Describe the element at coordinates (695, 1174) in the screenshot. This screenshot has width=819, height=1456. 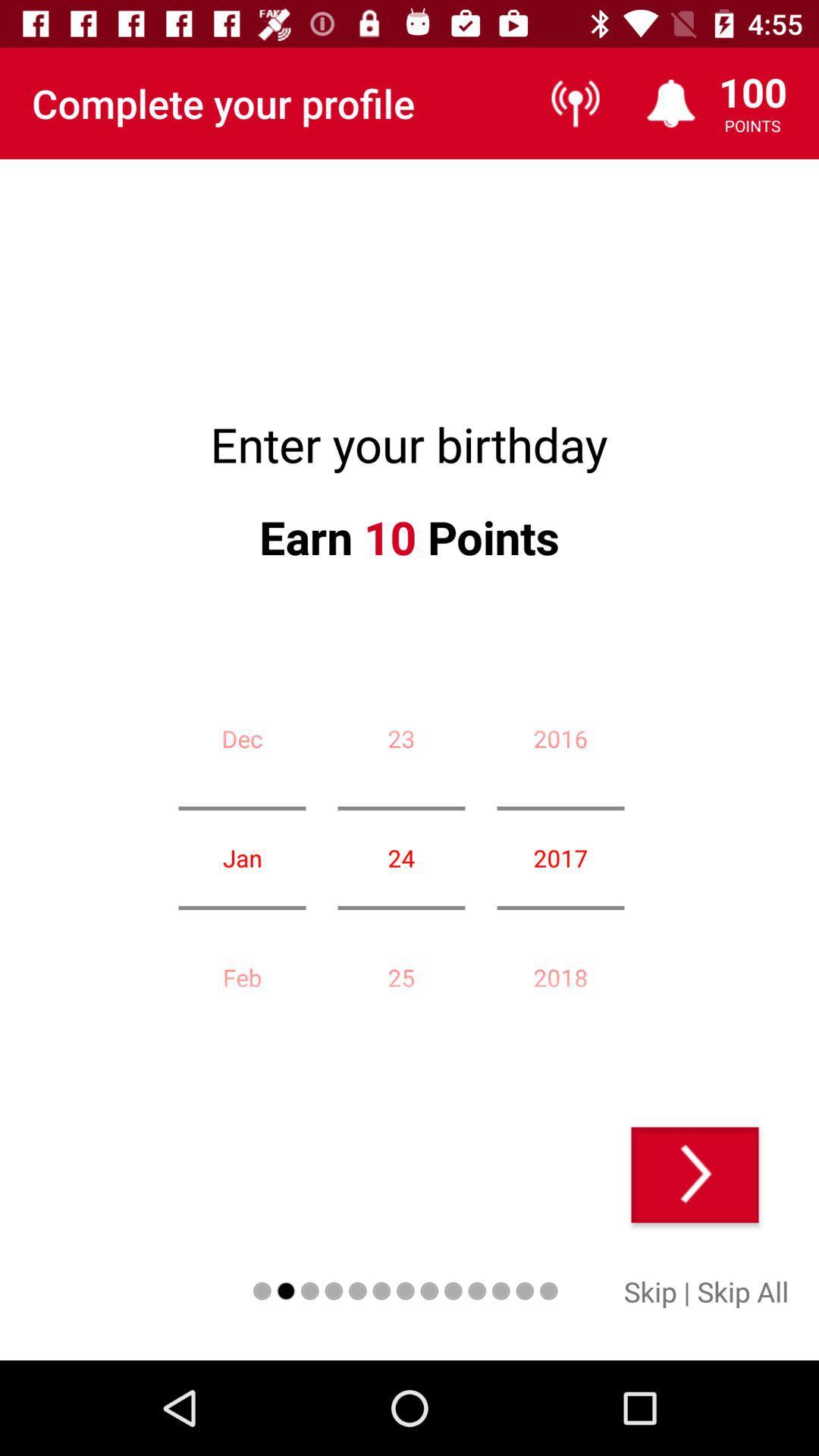
I see `shows the next option` at that location.